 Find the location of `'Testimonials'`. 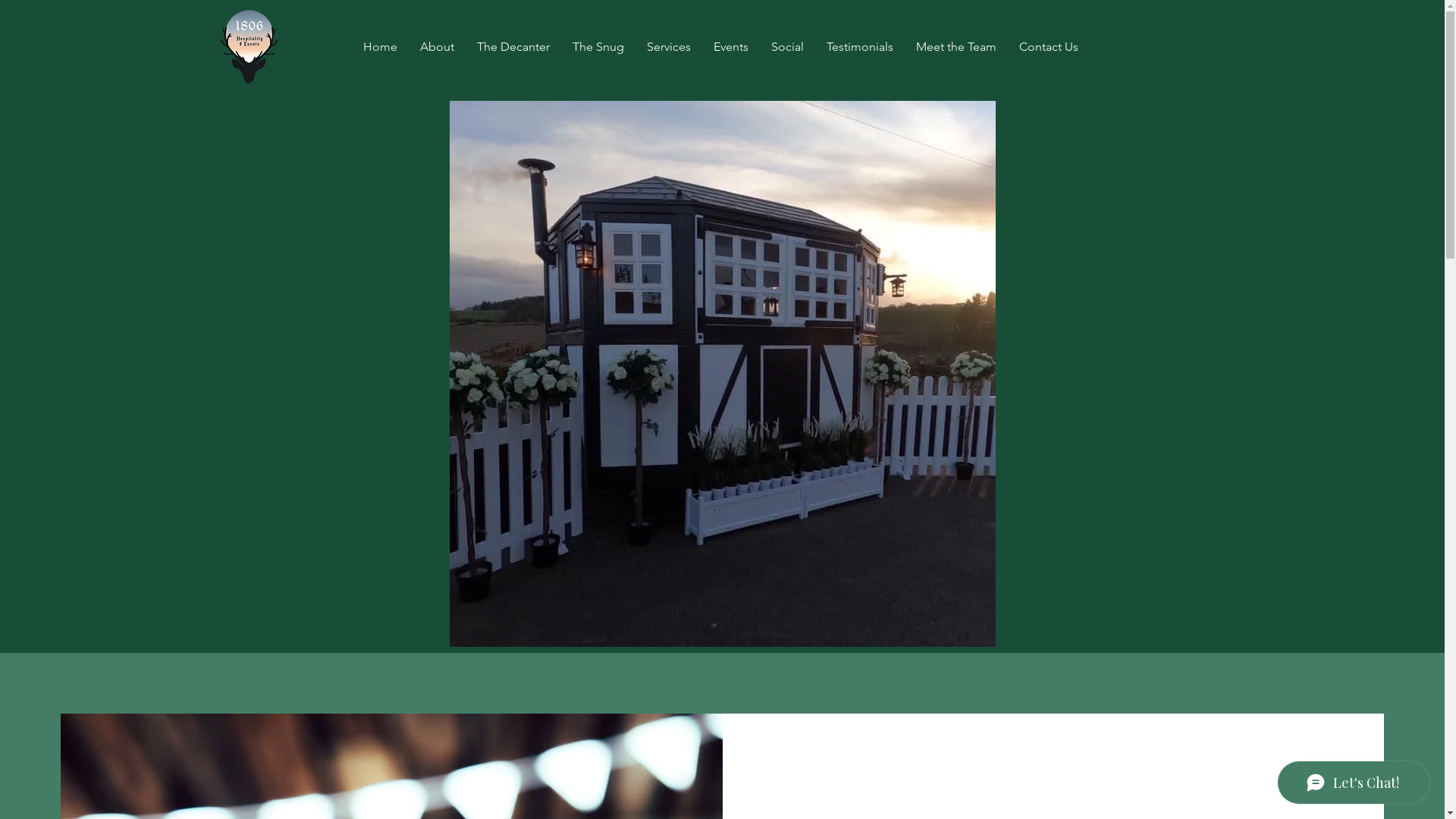

'Testimonials' is located at coordinates (858, 45).